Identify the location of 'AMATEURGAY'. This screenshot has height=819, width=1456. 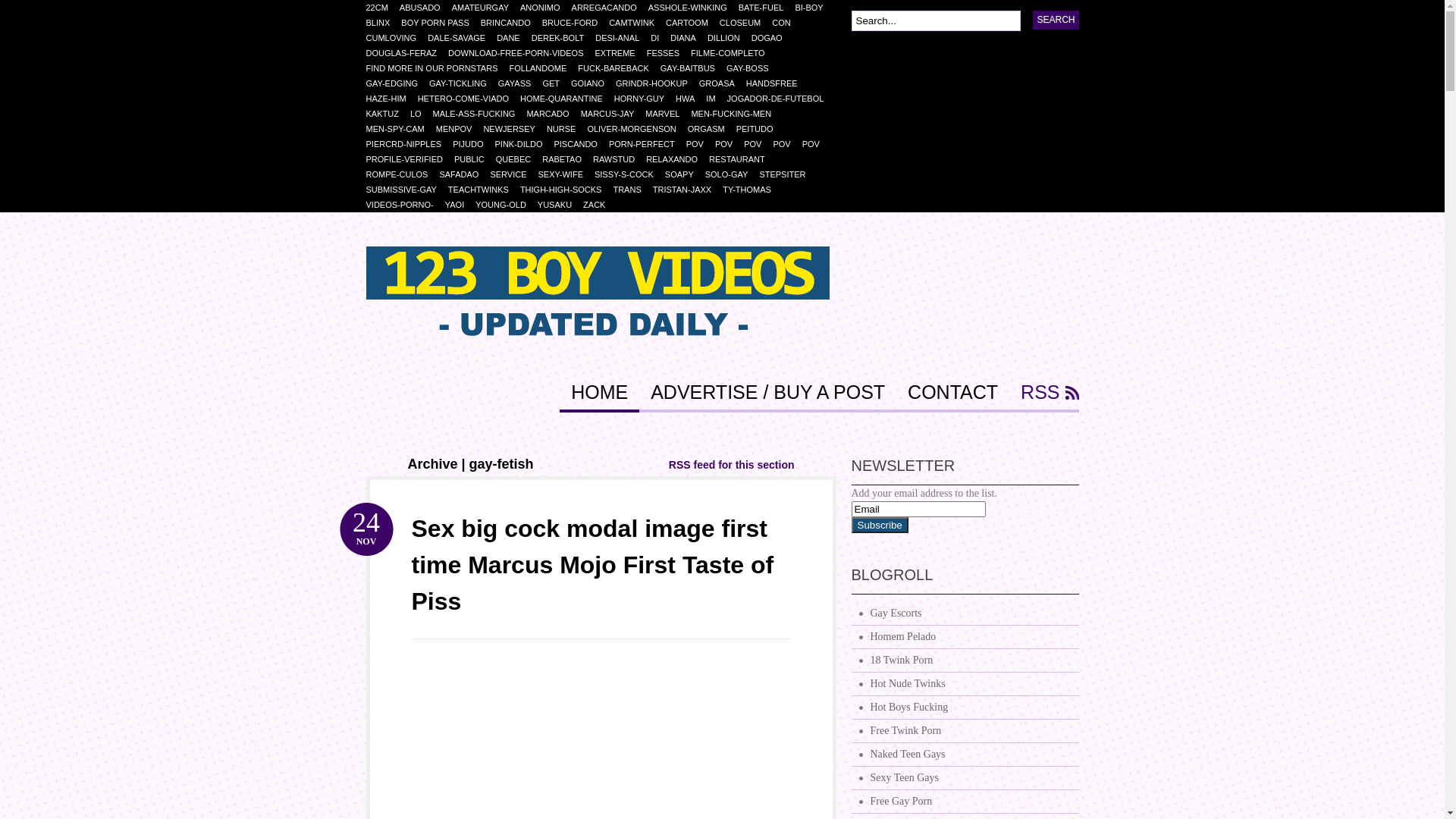
(486, 8).